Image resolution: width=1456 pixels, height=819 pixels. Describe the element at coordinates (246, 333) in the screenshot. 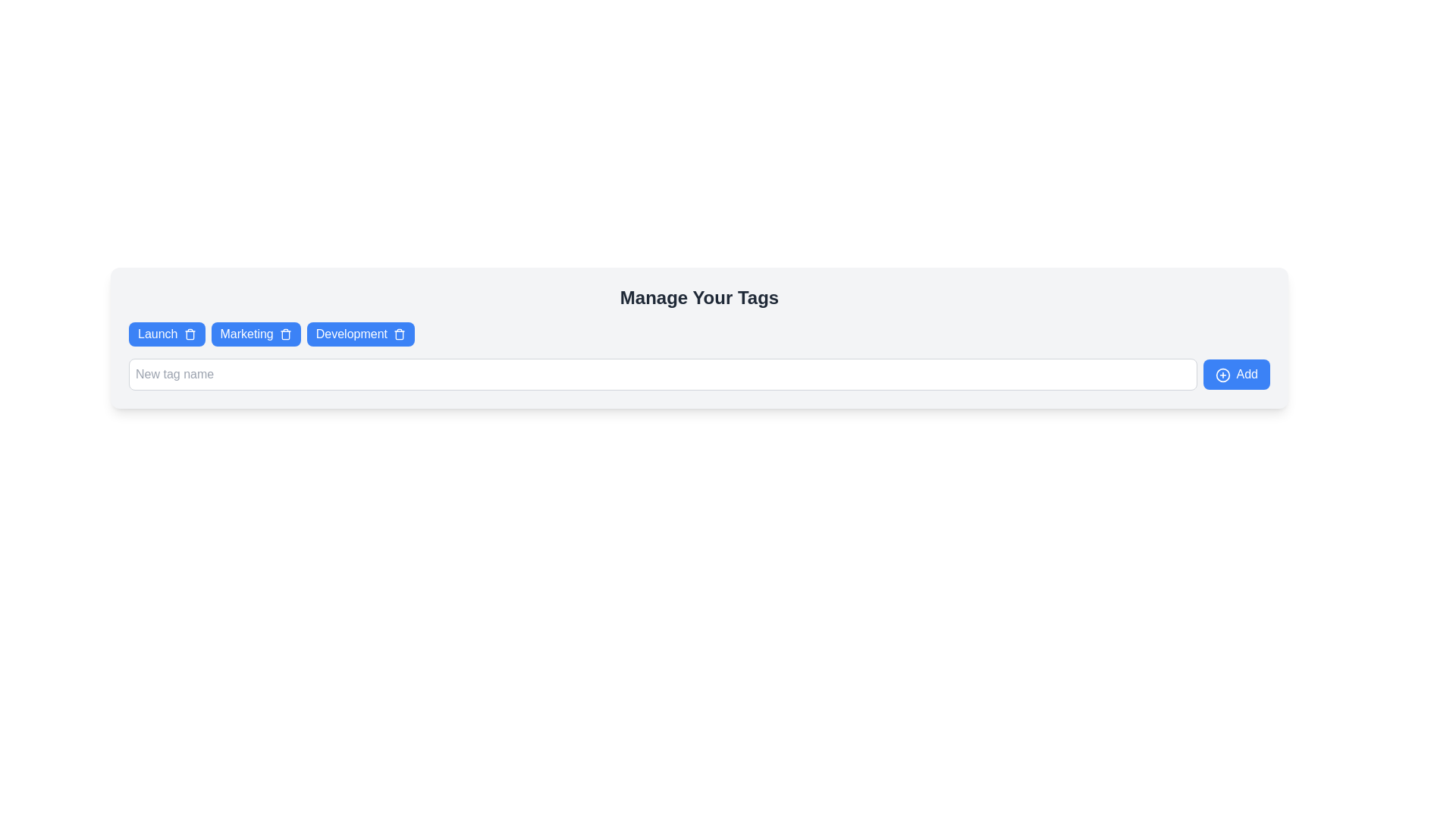

I see `the non-interactive label representing the 'Marketing' category, which is the second tag from the left, flanked by 'Launch' and 'Development'` at that location.